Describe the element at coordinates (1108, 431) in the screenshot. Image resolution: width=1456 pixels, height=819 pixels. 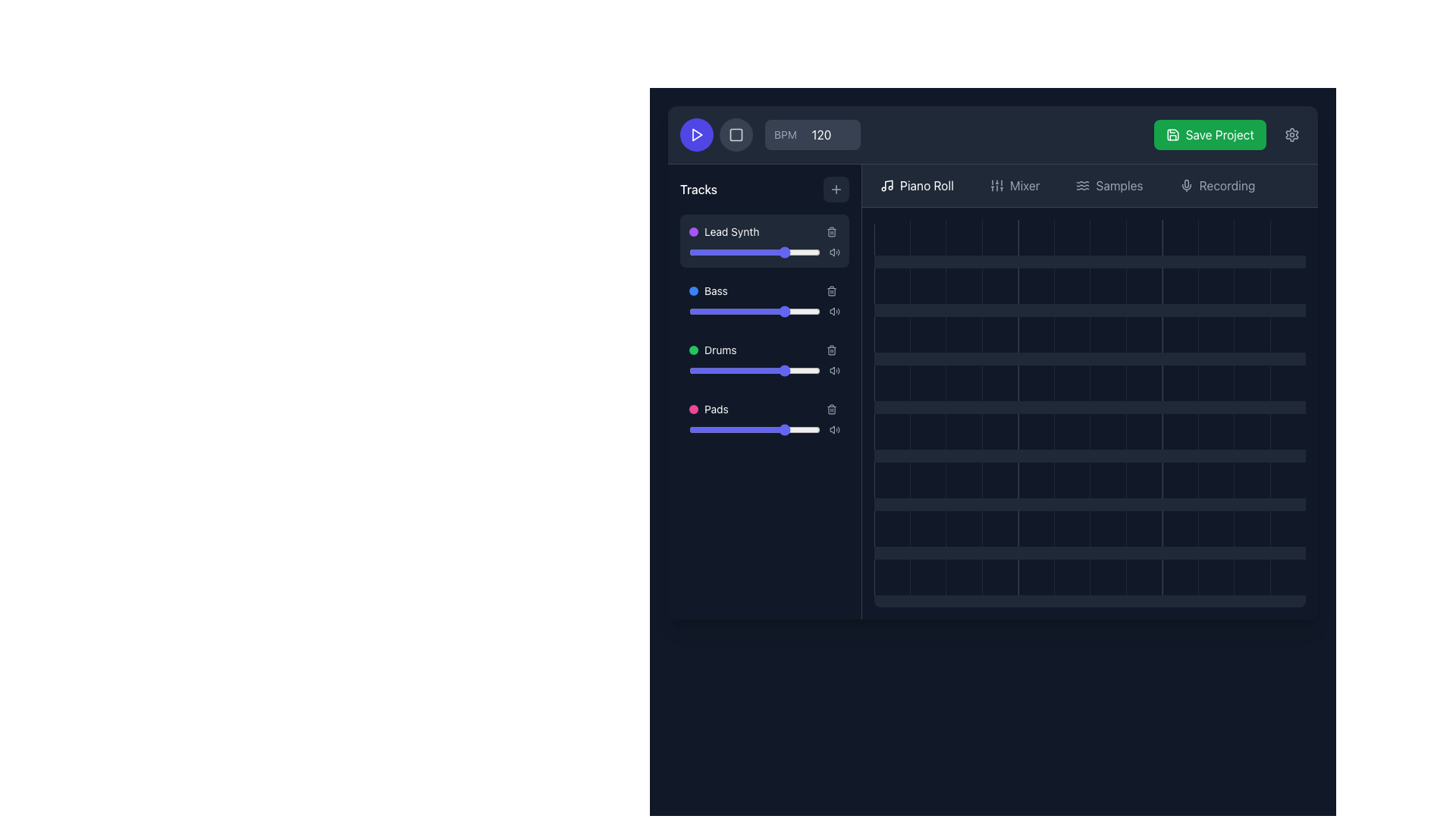
I see `the small square button or grid cell element with a dark gray background located in the 8th column and 5th row of the grid` at that location.